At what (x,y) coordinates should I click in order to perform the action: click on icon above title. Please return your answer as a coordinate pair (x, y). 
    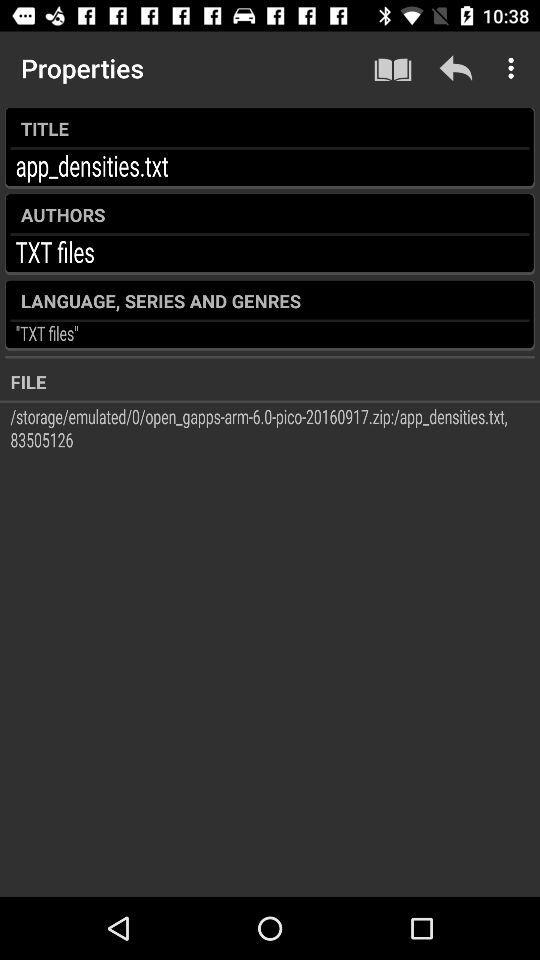
    Looking at the image, I should click on (455, 68).